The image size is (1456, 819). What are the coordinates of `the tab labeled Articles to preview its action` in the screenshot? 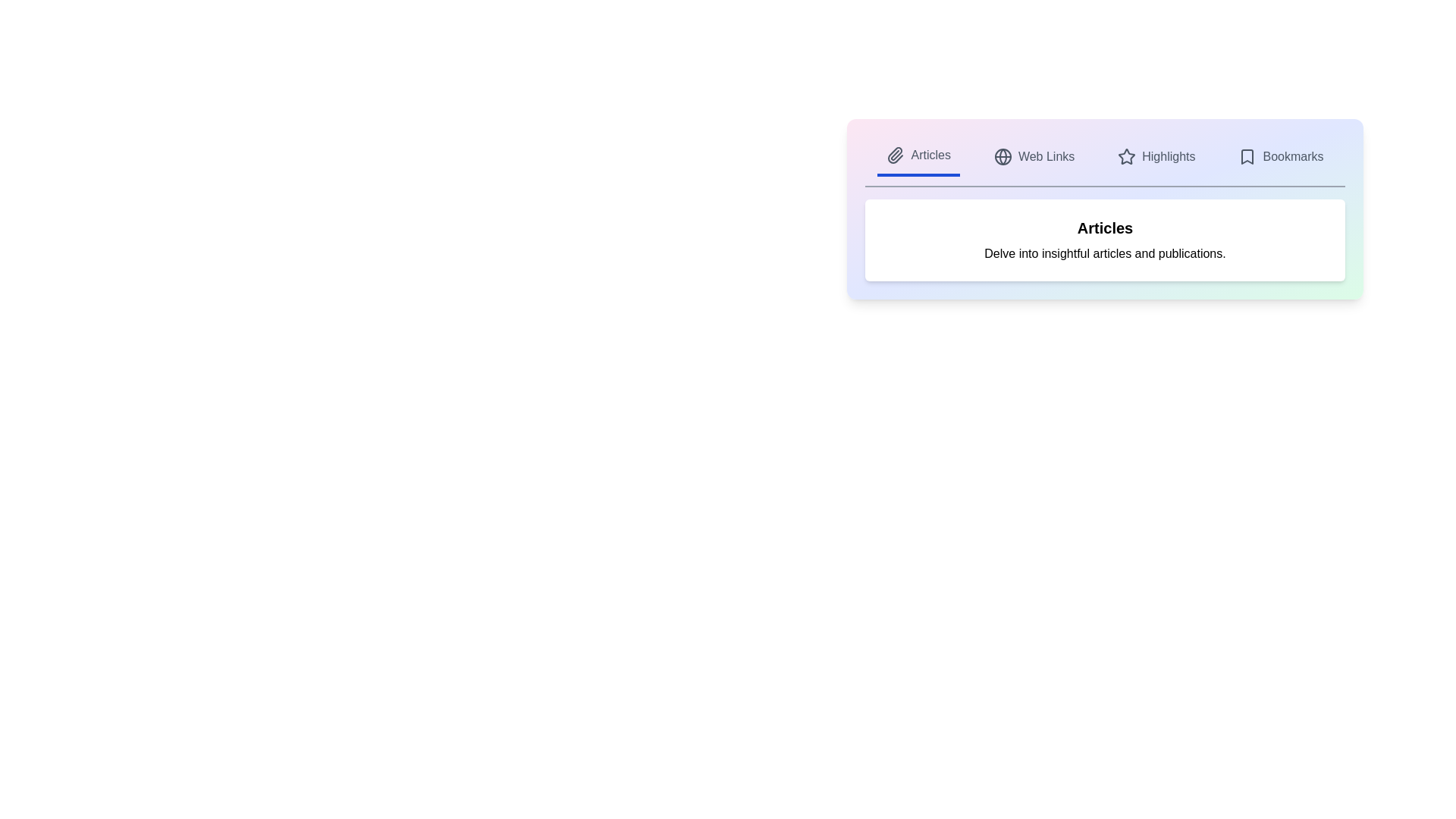 It's located at (918, 157).